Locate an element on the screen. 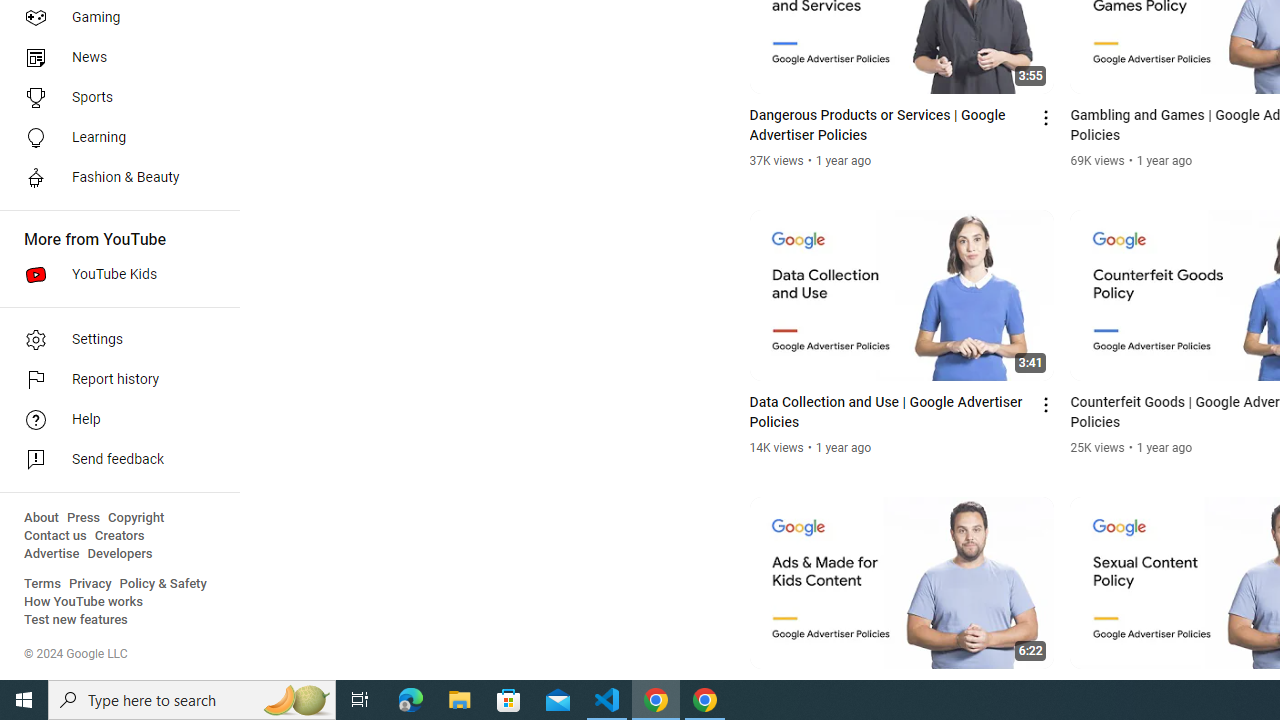 The width and height of the screenshot is (1280, 720). 'Privacy' is located at coordinates (89, 584).